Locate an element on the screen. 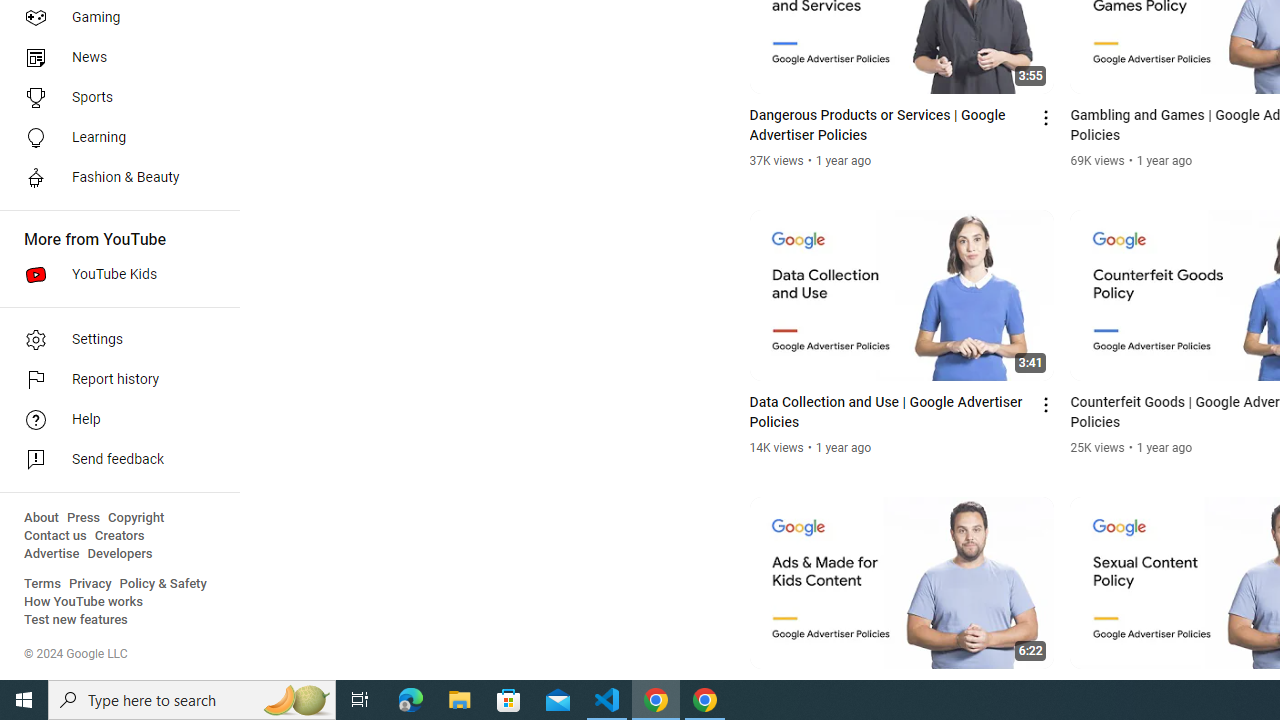 The width and height of the screenshot is (1280, 720). 'Privacy' is located at coordinates (89, 584).